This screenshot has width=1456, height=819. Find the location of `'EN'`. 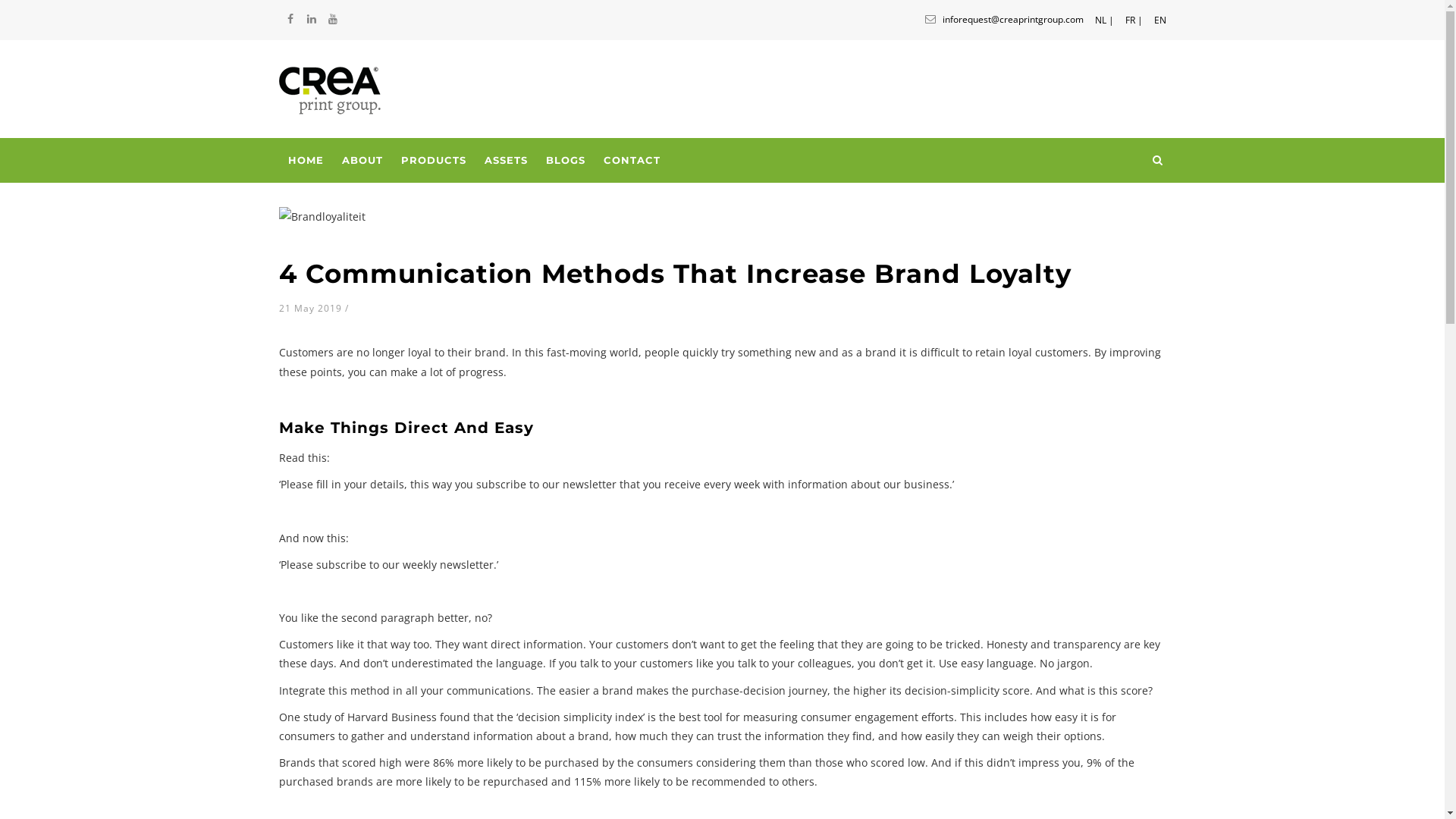

'EN' is located at coordinates (1159, 17).